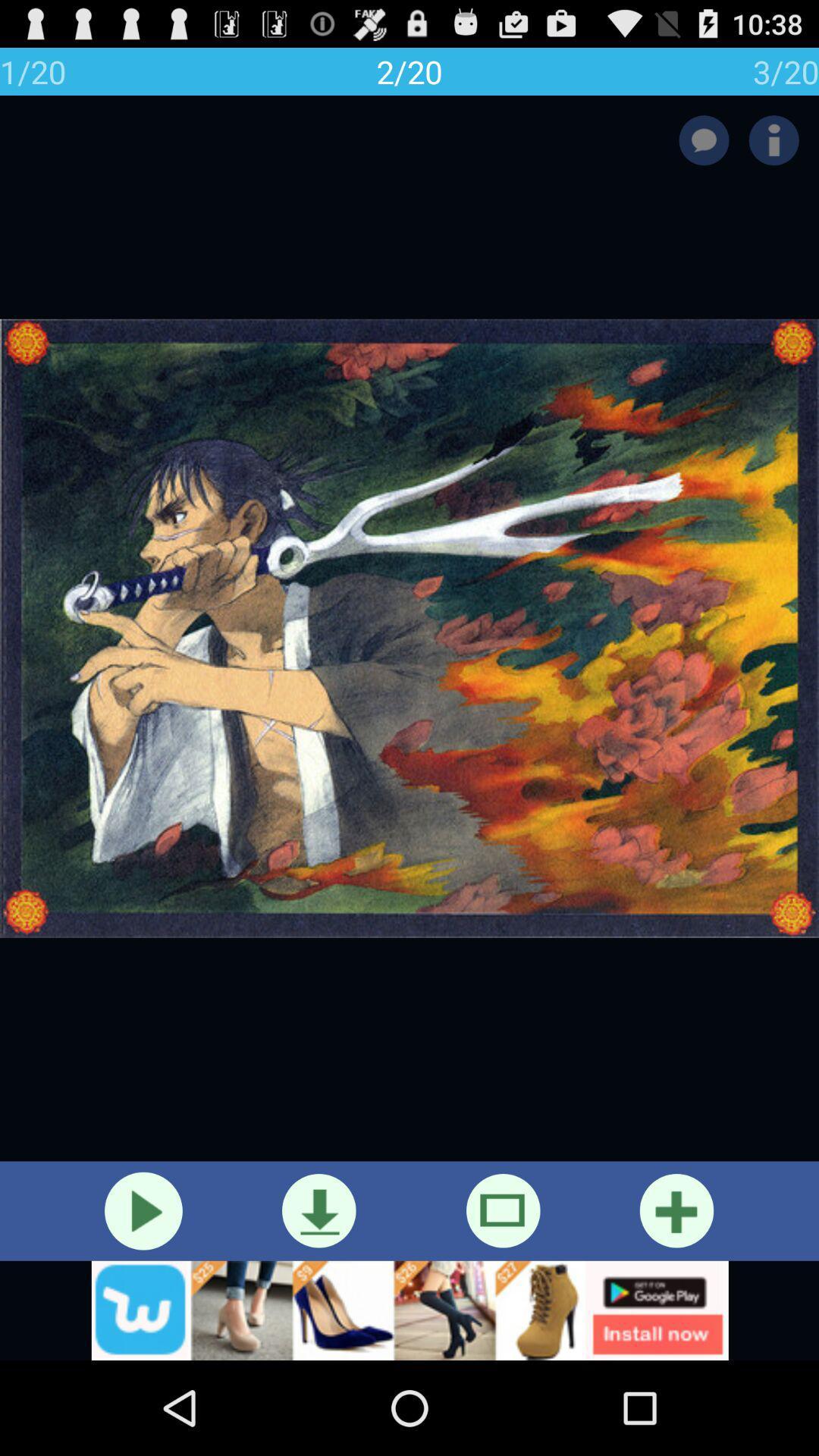 This screenshot has height=1456, width=819. I want to click on leave a comment, so click(704, 140).